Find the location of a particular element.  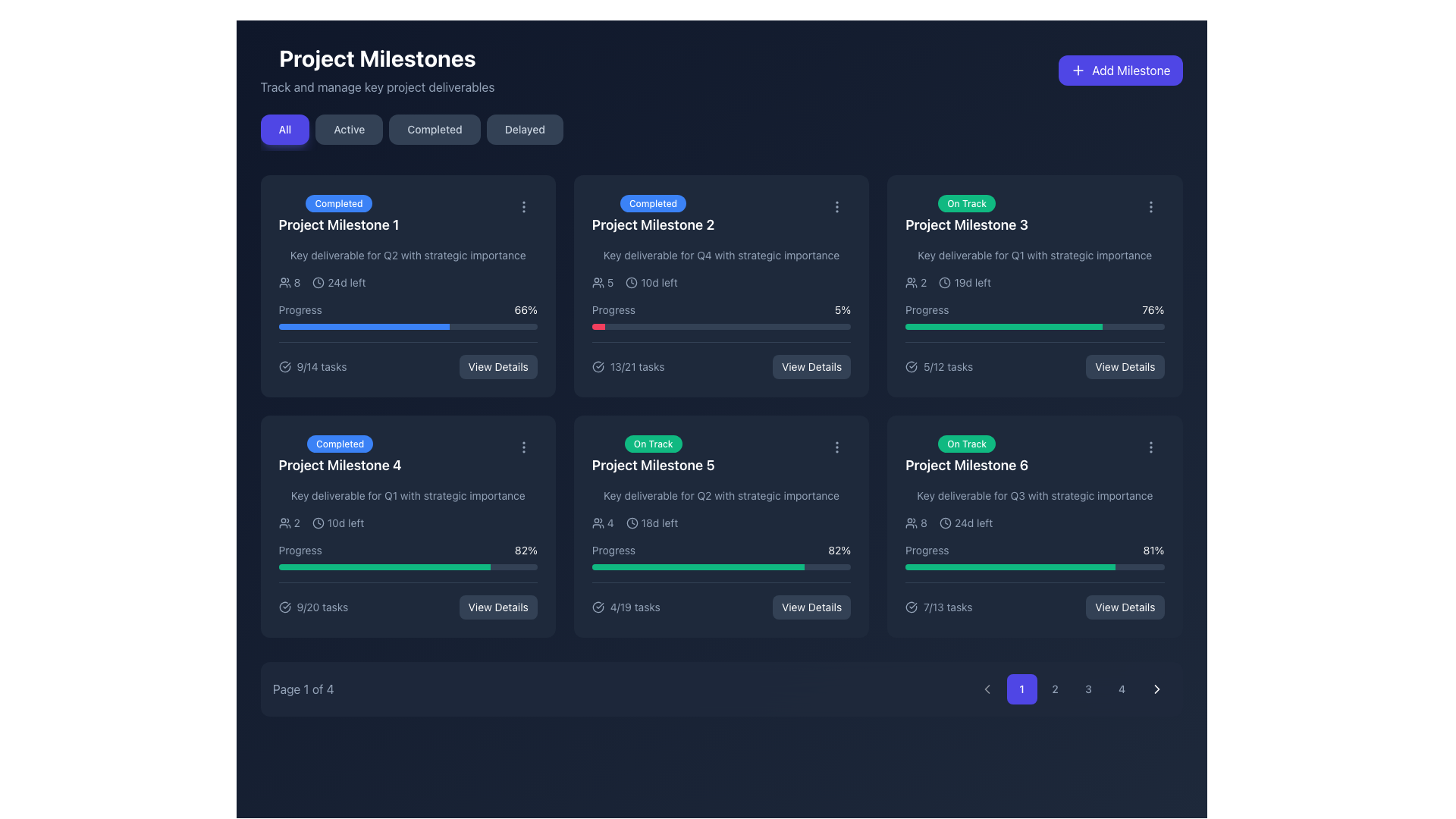

the Status Indicator Badge displaying 'On Track' located at the top center of the 'Project Milestone 3' card is located at coordinates (966, 202).